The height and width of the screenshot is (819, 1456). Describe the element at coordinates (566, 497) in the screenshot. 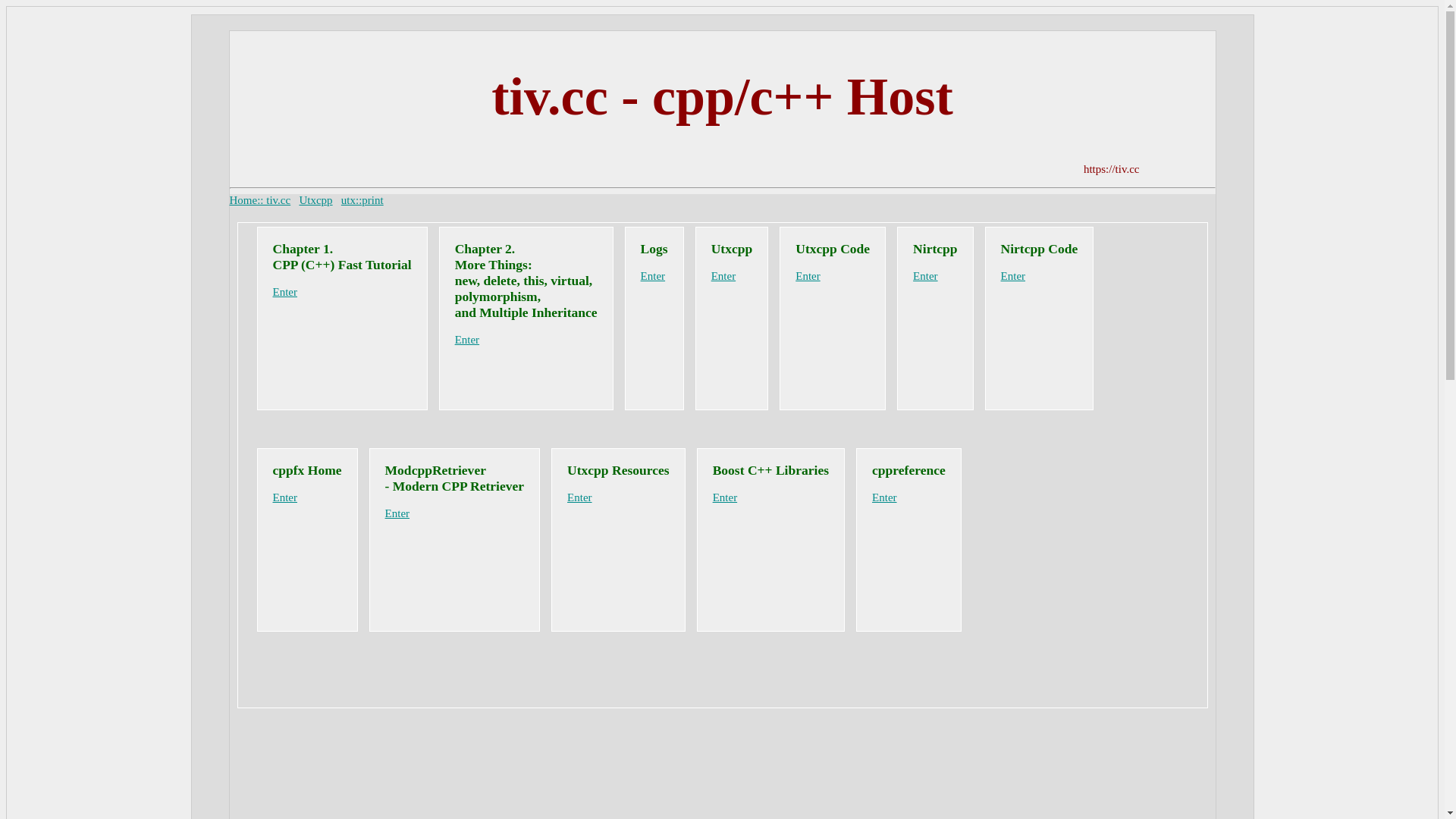

I see `'Enter'` at that location.